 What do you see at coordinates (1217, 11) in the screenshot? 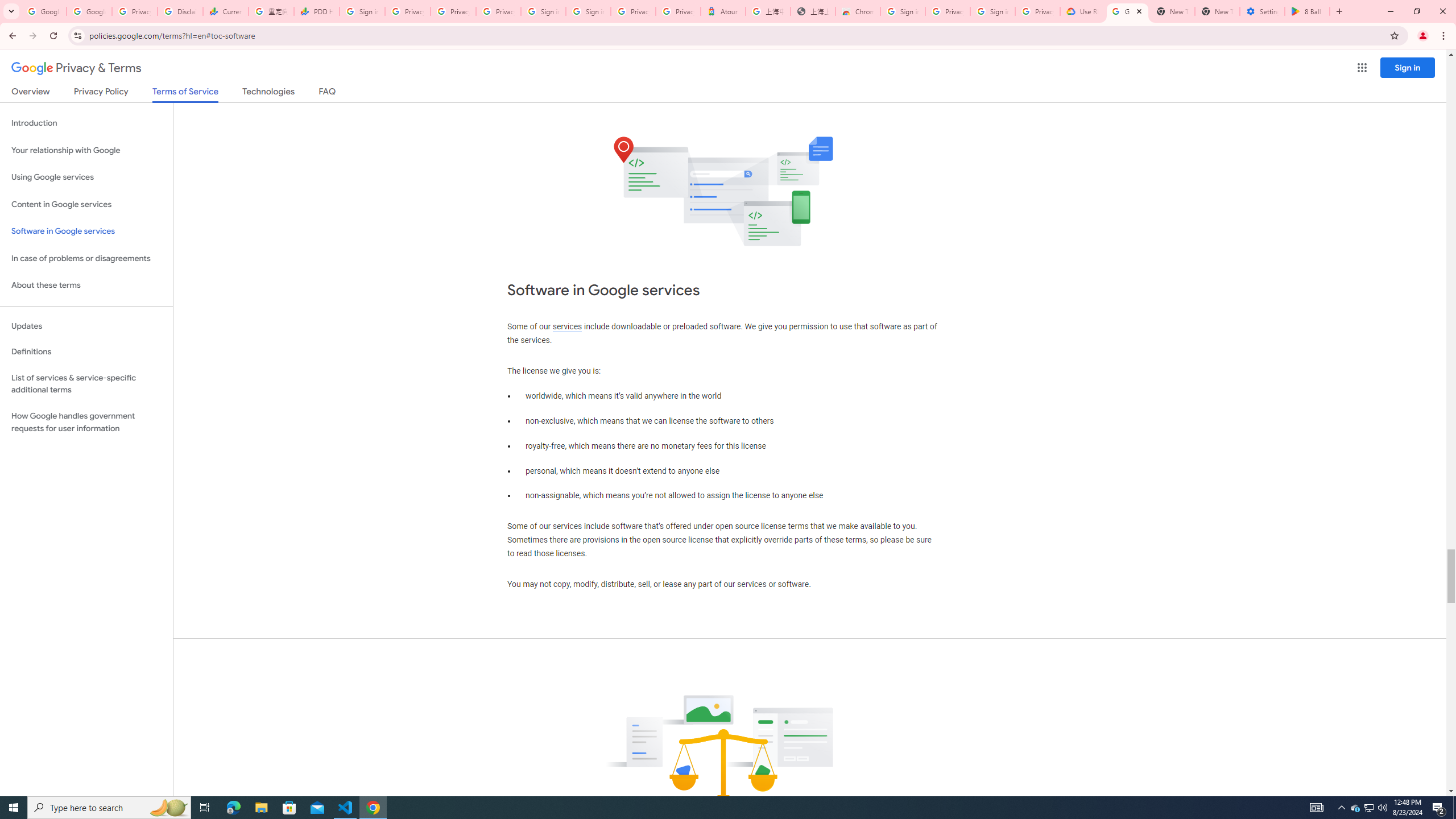
I see `'New Tab'` at bounding box center [1217, 11].